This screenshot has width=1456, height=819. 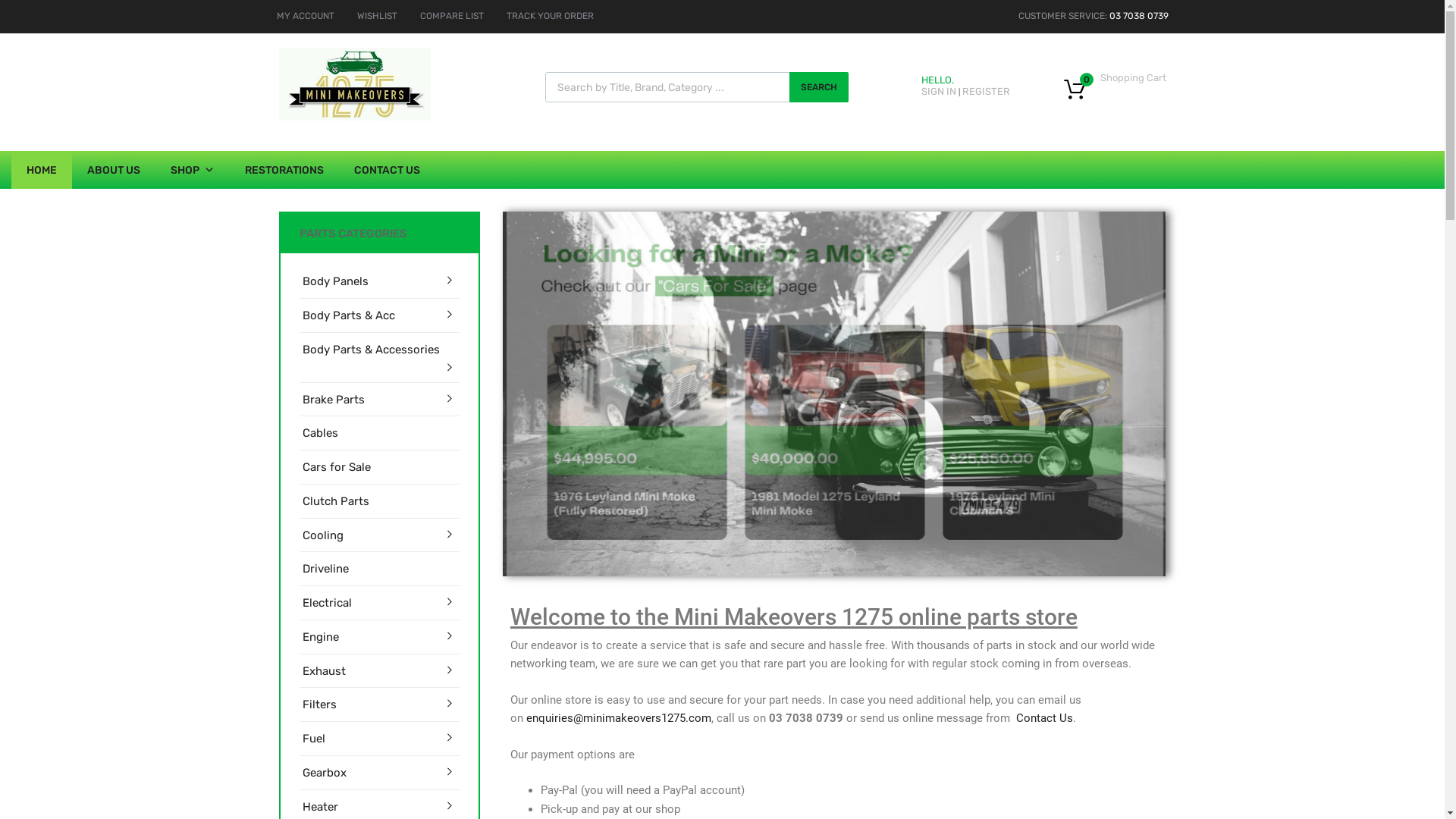 I want to click on 'COMPARE LIST', so click(x=450, y=15).